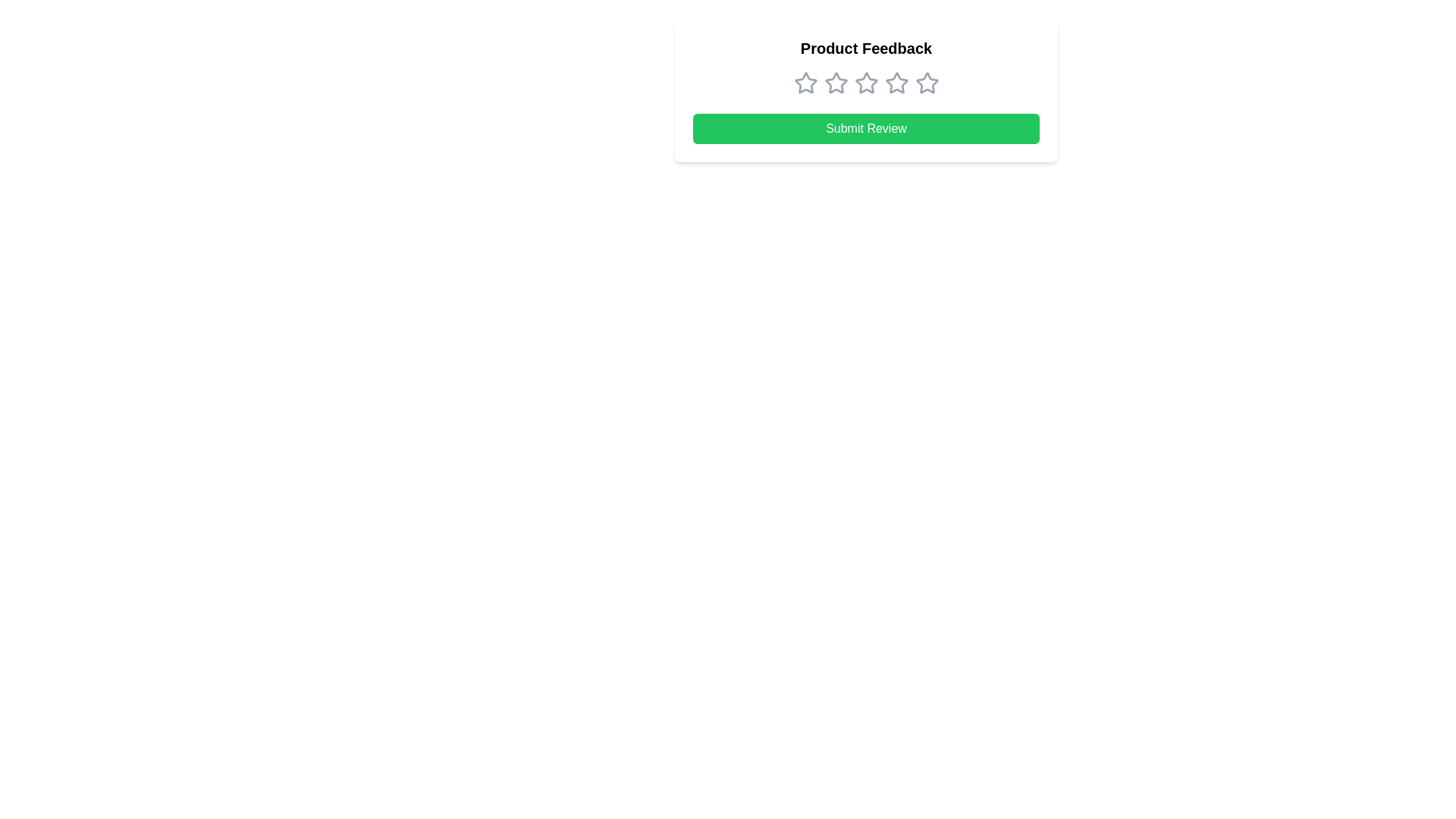 The width and height of the screenshot is (1456, 819). Describe the element at coordinates (926, 83) in the screenshot. I see `the fifth star in the horizontal sequence` at that location.